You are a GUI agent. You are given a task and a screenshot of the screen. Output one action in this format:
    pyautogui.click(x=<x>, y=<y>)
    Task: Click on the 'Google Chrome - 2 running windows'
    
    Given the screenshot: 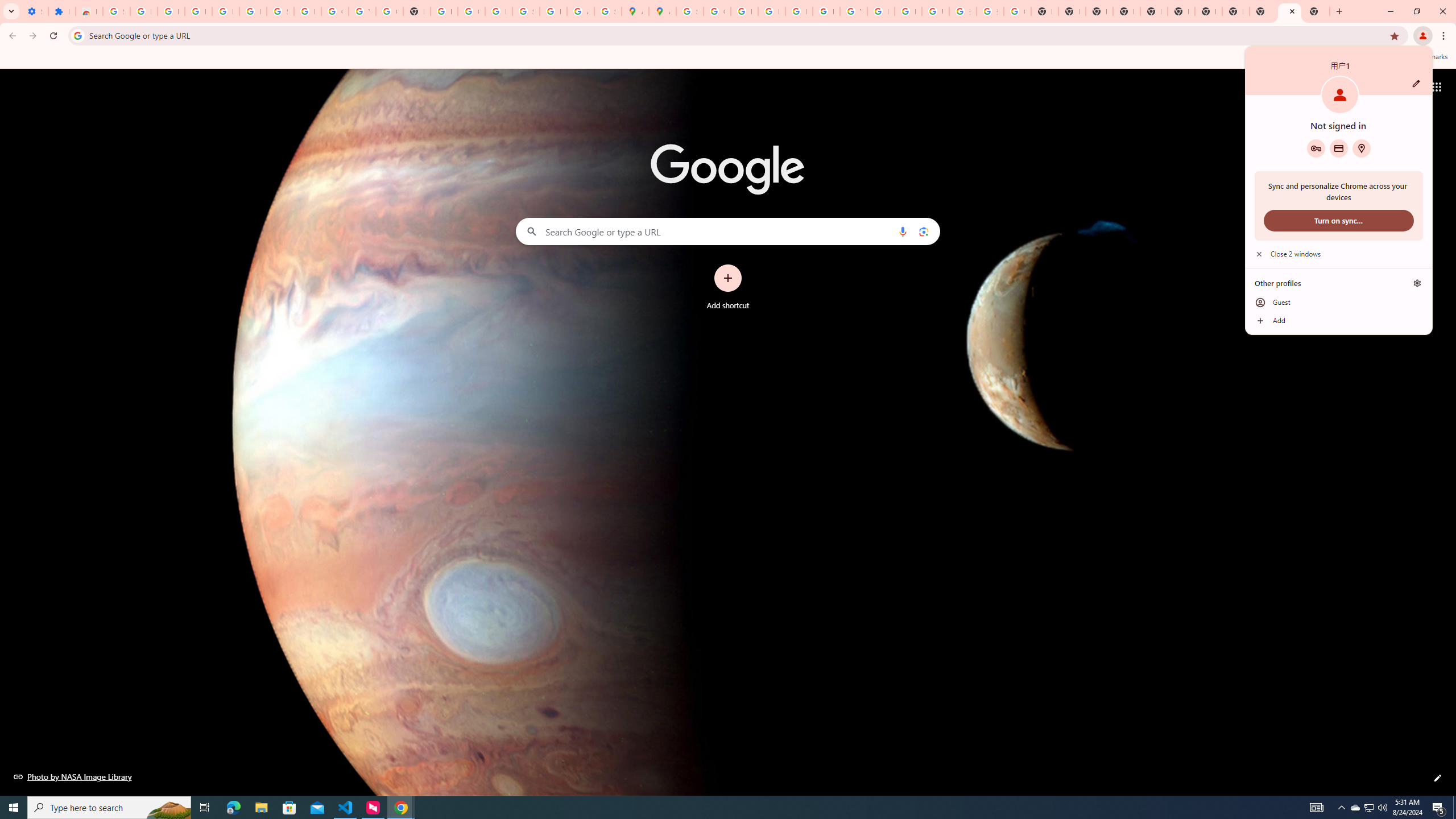 What is the action you would take?
    pyautogui.click(x=401, y=806)
    